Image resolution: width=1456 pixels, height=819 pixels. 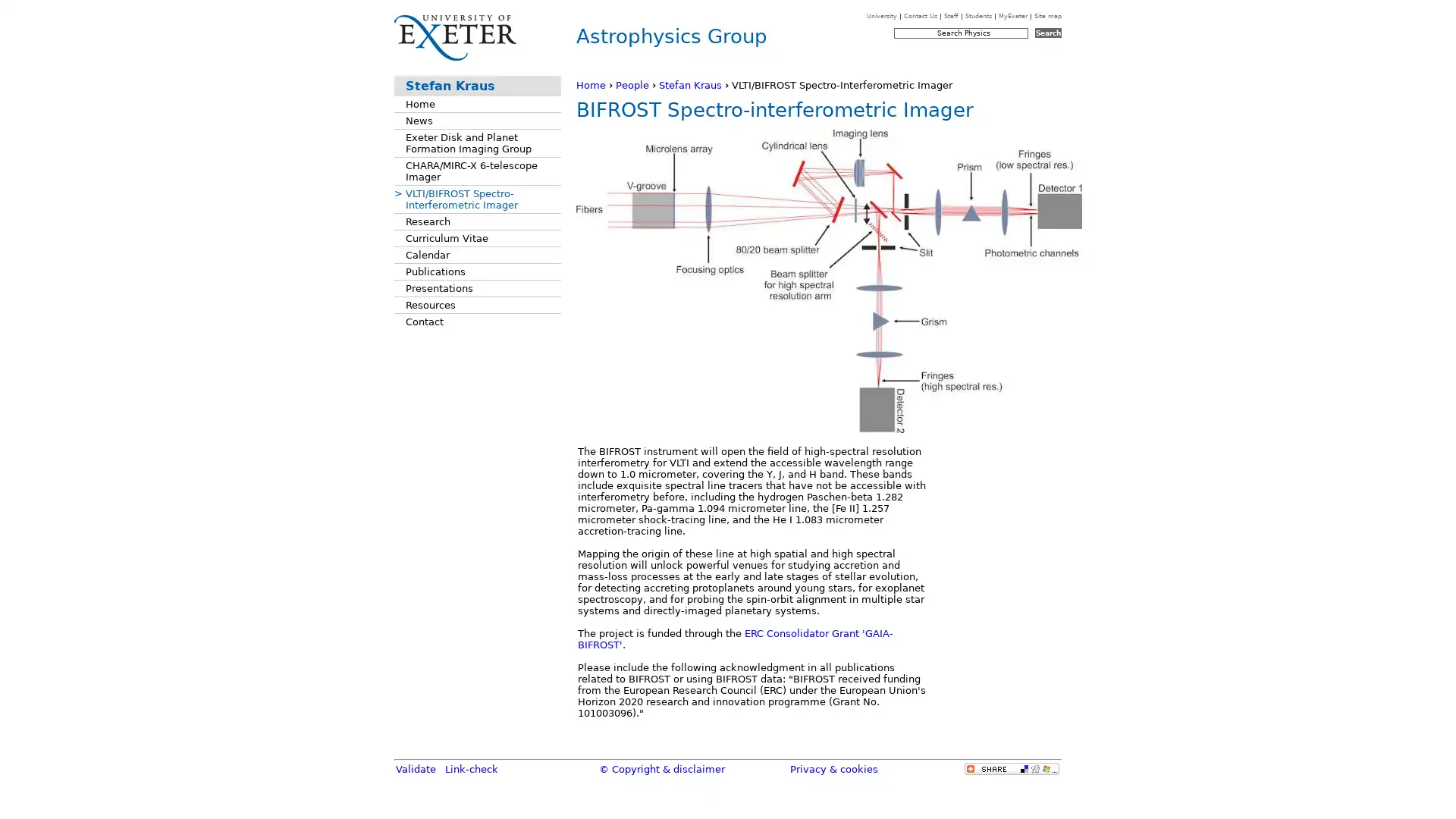 What do you see at coordinates (1047, 33) in the screenshot?
I see `Search` at bounding box center [1047, 33].